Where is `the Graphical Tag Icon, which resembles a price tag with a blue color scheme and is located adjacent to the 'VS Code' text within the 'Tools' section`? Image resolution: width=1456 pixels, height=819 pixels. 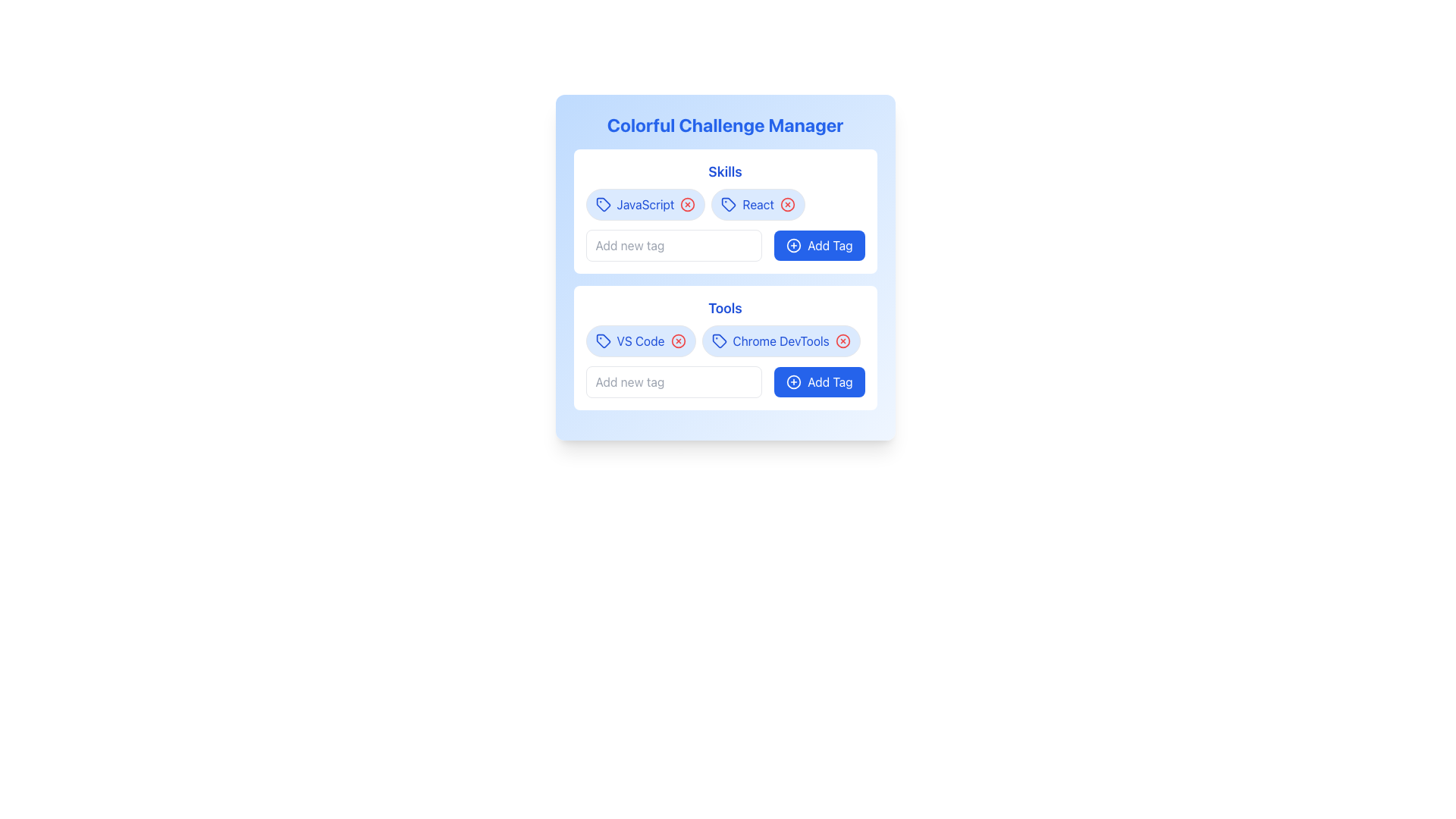 the Graphical Tag Icon, which resembles a price tag with a blue color scheme and is located adjacent to the 'VS Code' text within the 'Tools' section is located at coordinates (602, 341).